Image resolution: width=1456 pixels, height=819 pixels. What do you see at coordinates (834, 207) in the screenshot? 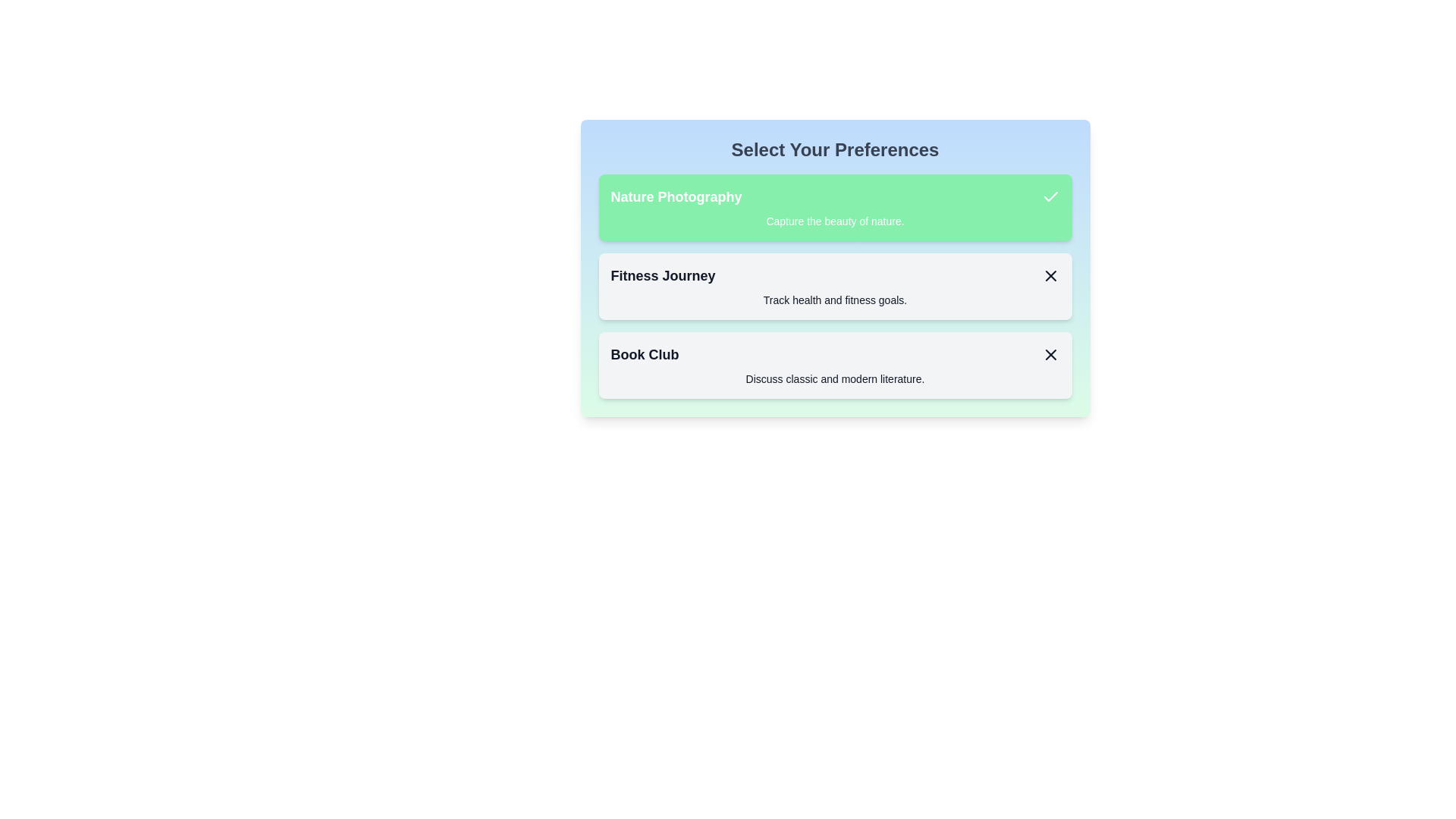
I see `the preference item labeled Nature Photography to toggle its selection state` at bounding box center [834, 207].